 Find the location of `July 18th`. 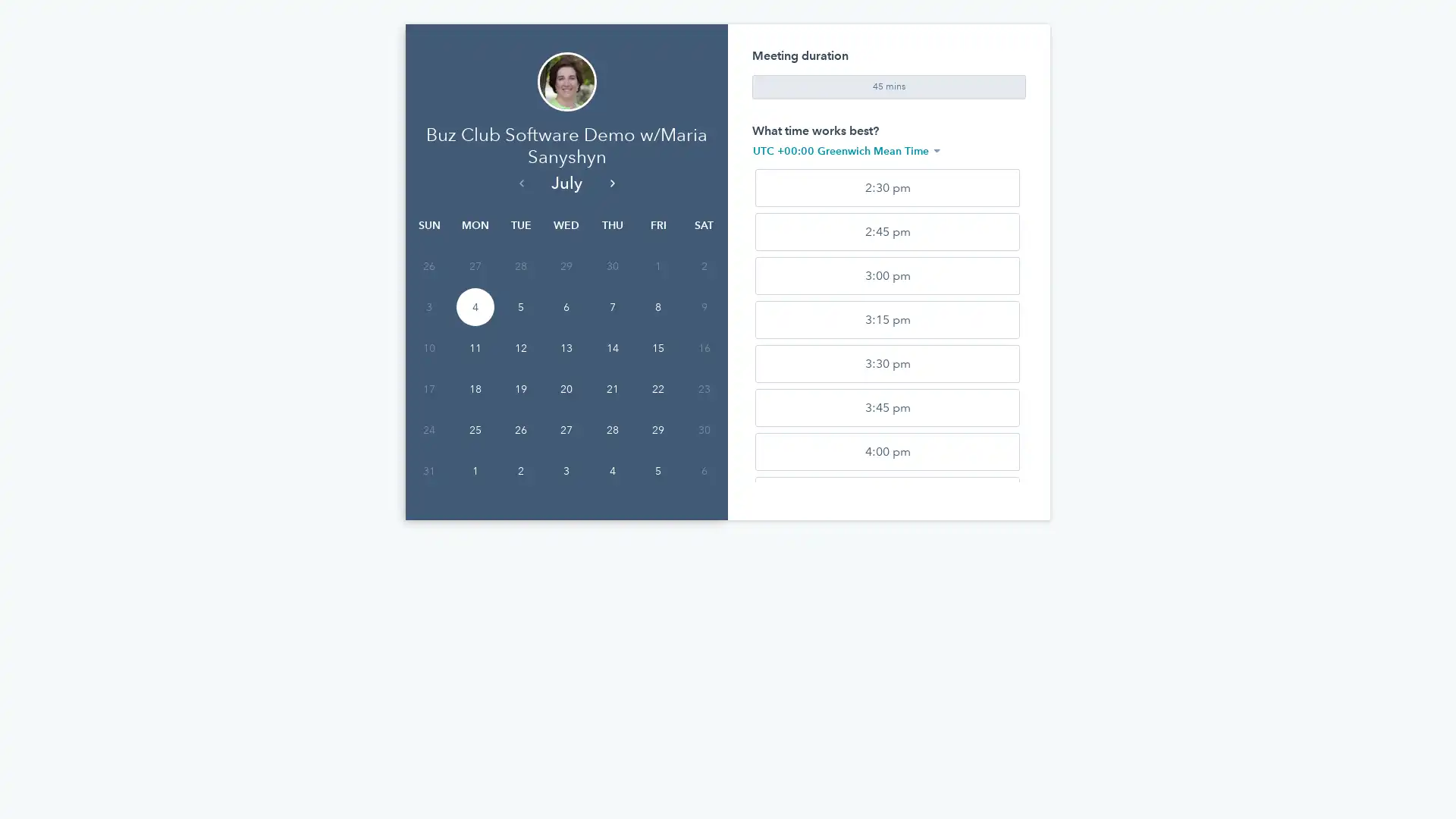

July 18th is located at coordinates (473, 446).